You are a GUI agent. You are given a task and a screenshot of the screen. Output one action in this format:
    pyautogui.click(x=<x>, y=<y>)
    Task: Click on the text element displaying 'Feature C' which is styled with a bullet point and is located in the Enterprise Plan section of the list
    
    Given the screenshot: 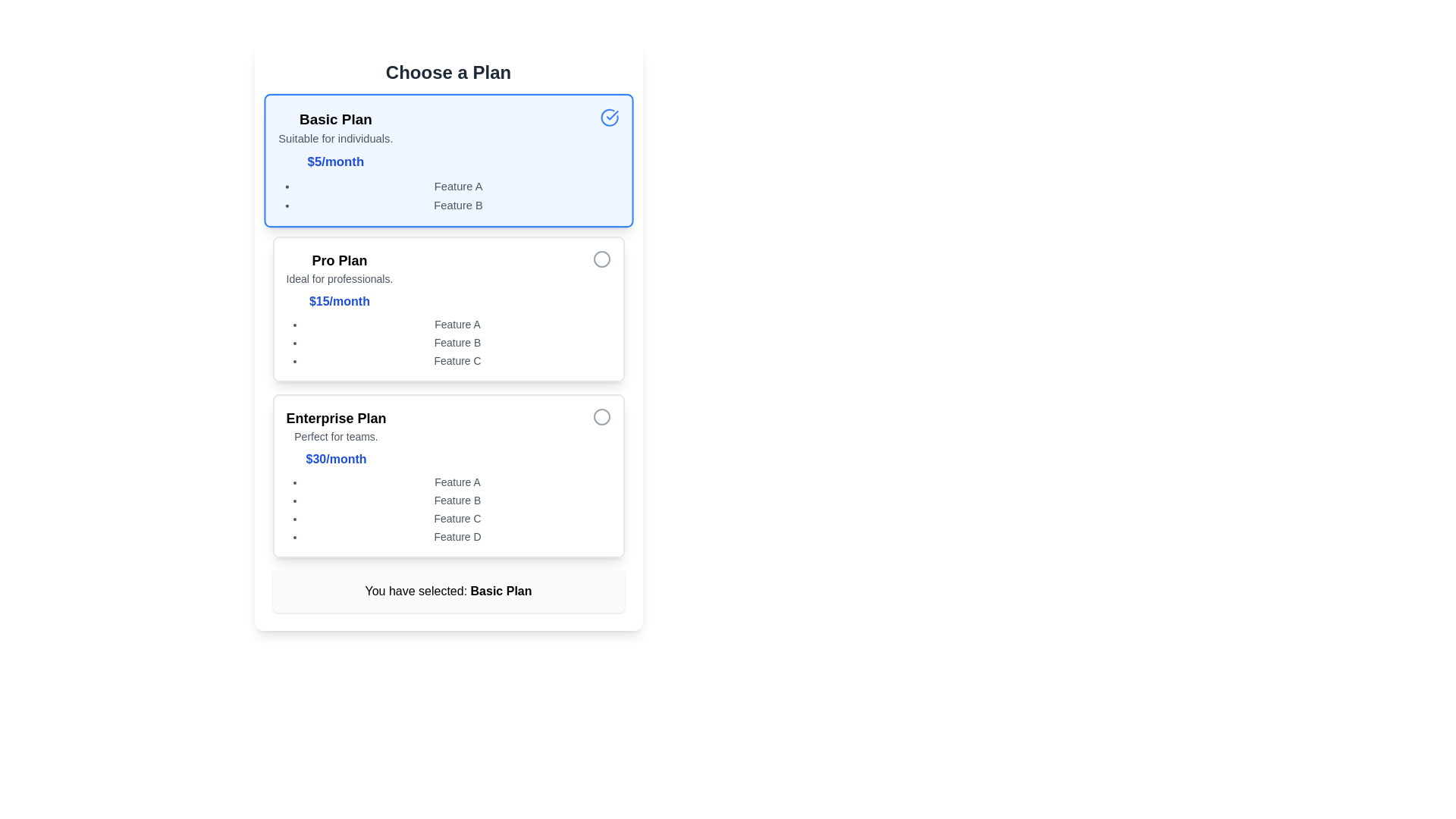 What is the action you would take?
    pyautogui.click(x=457, y=517)
    